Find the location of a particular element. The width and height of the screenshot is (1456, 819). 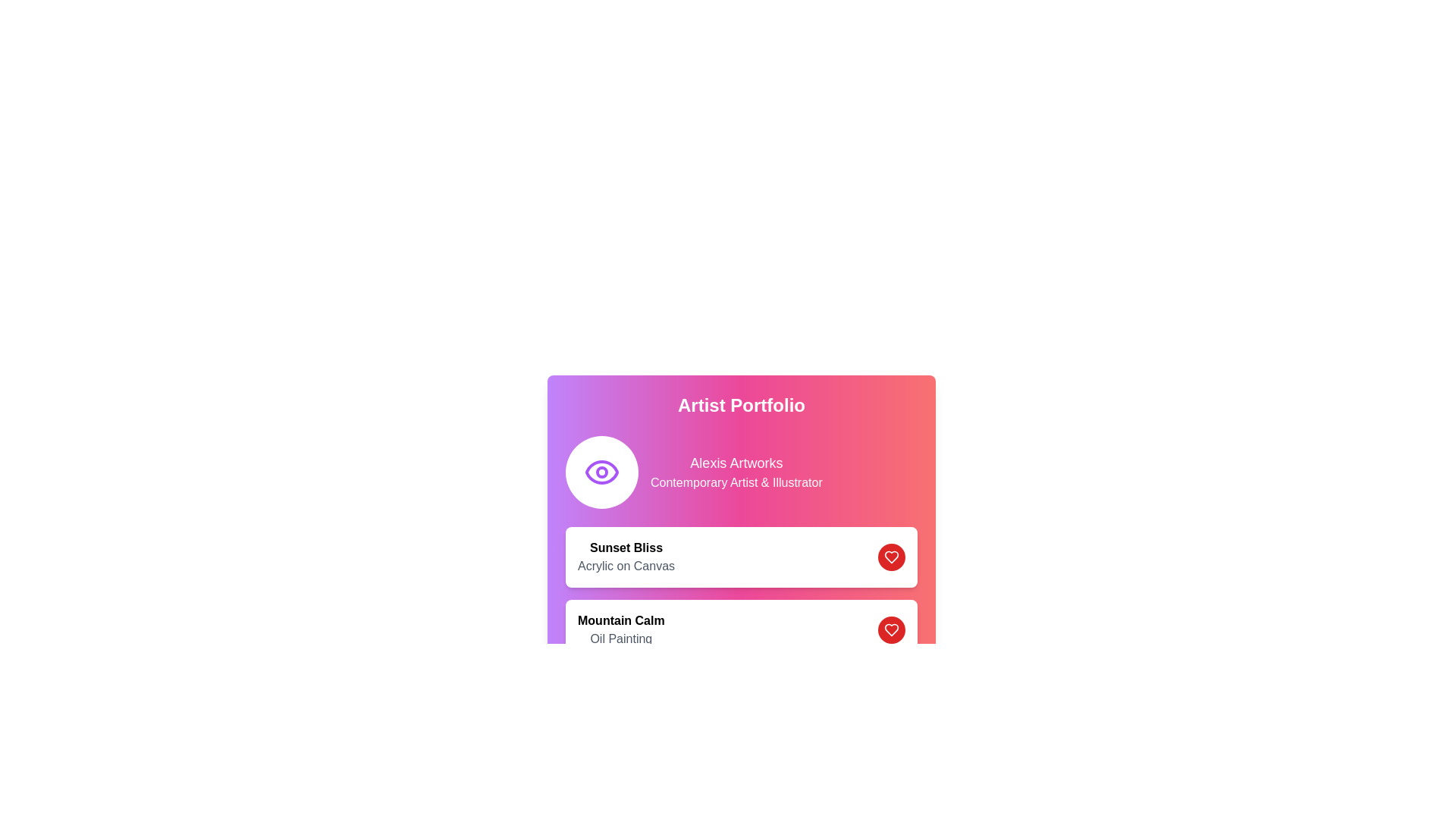

the descriptive text label providing information about the artist's profession and expertise, located below the header 'Artist Portfolio' and following 'Alexis Artworks.' is located at coordinates (736, 482).